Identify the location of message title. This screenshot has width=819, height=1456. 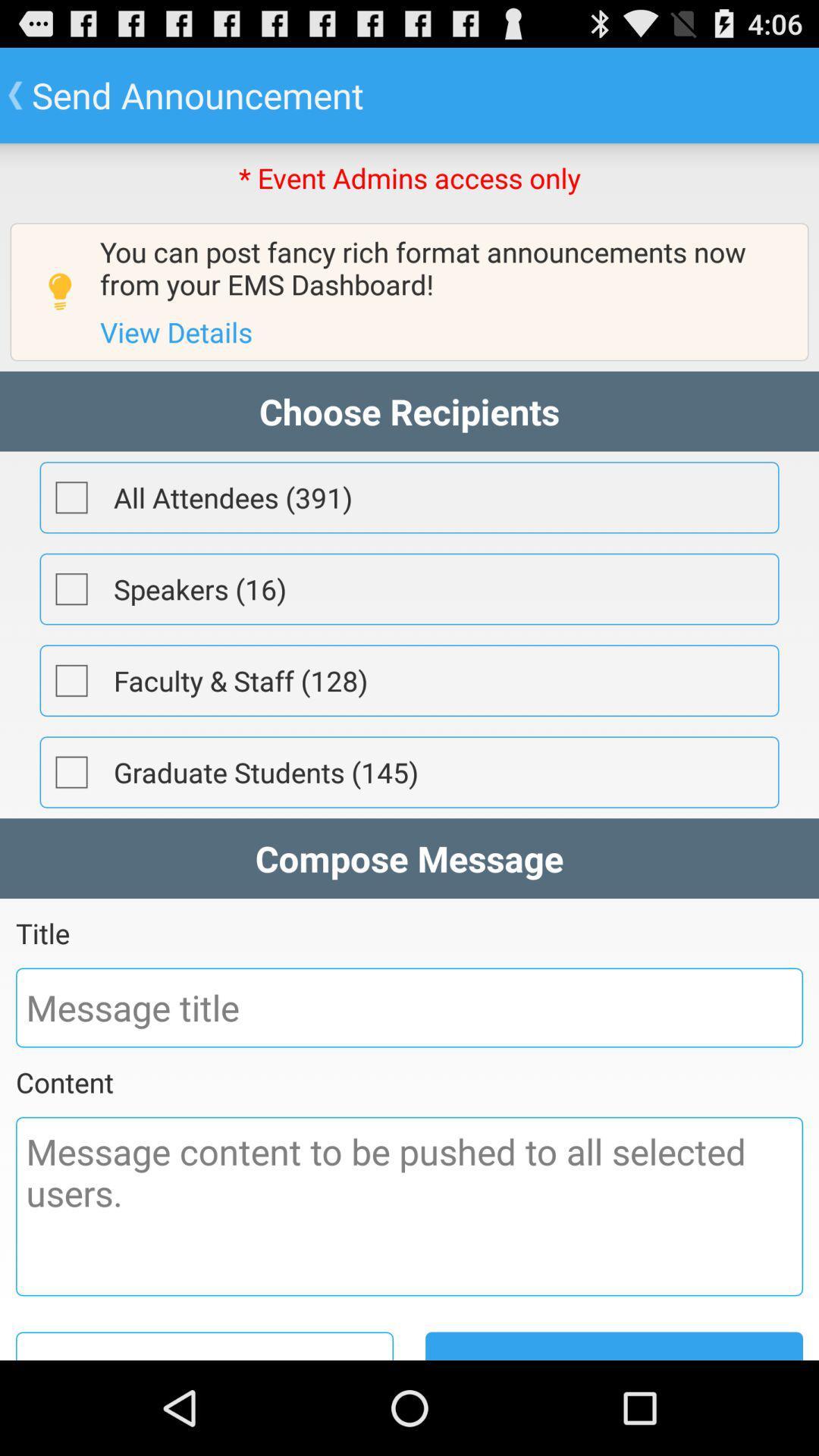
(409, 1008).